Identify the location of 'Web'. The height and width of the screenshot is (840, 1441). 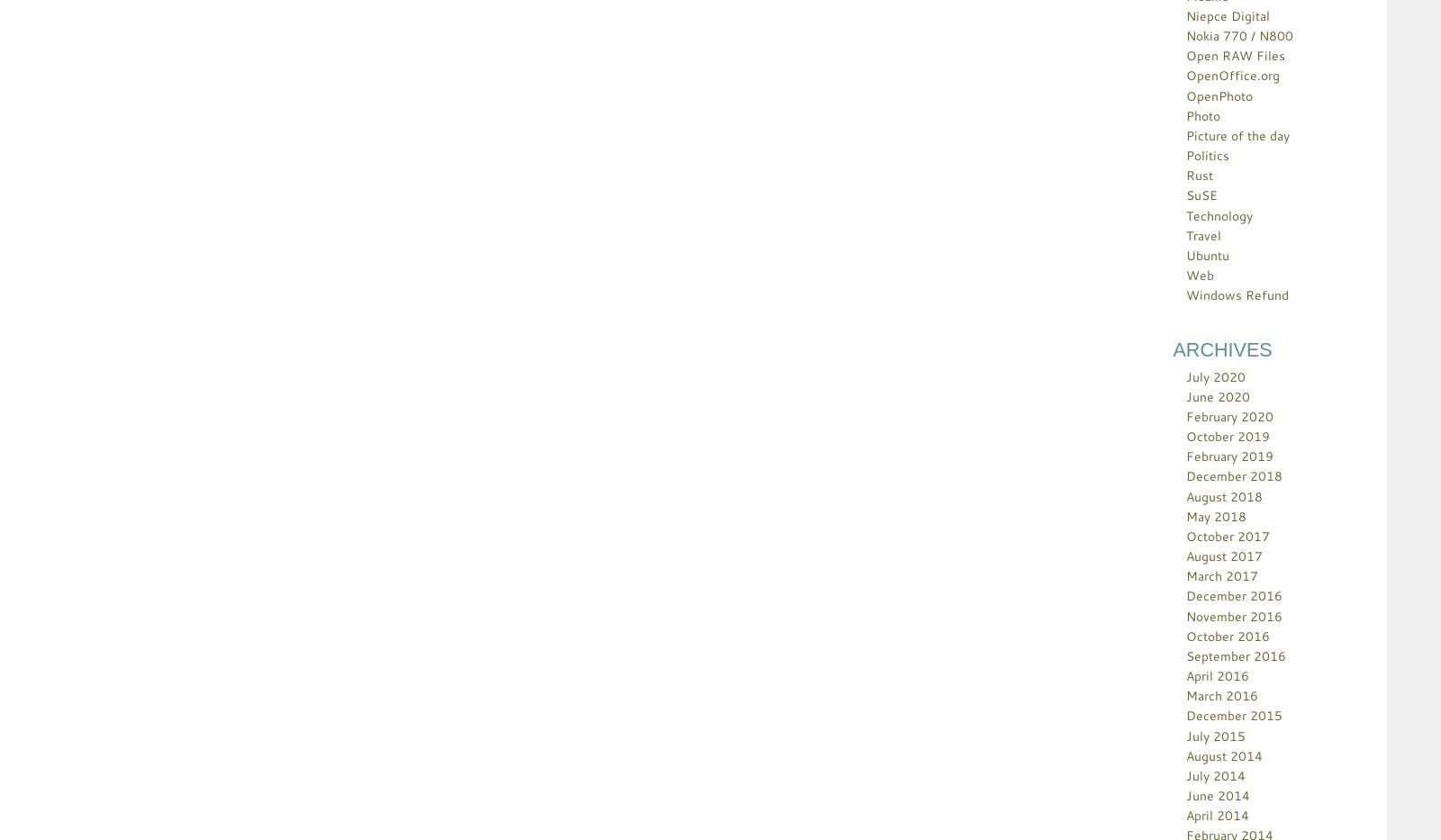
(1199, 275).